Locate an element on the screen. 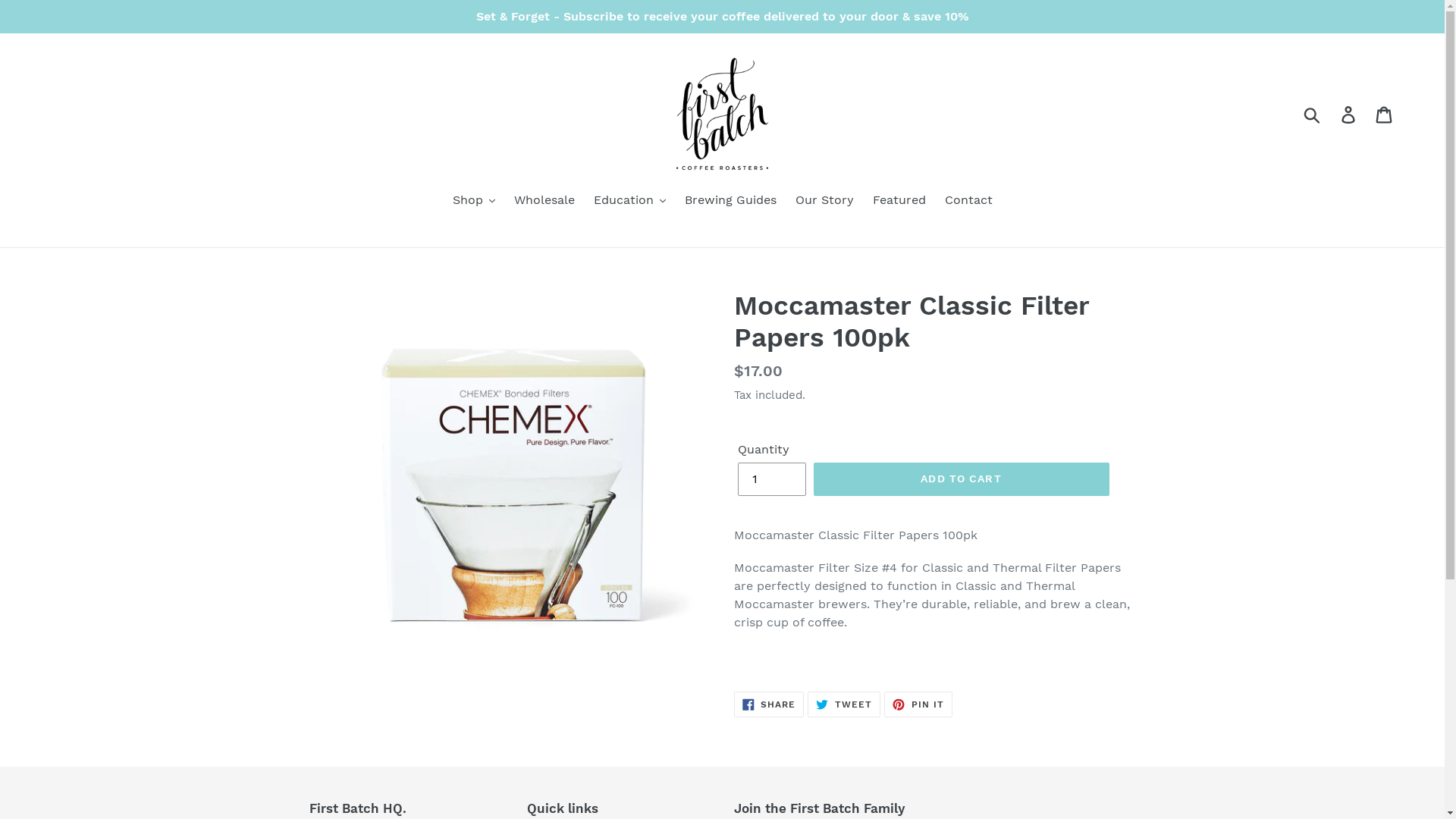 The width and height of the screenshot is (1456, 819). 'ADD TO CART' is located at coordinates (960, 479).